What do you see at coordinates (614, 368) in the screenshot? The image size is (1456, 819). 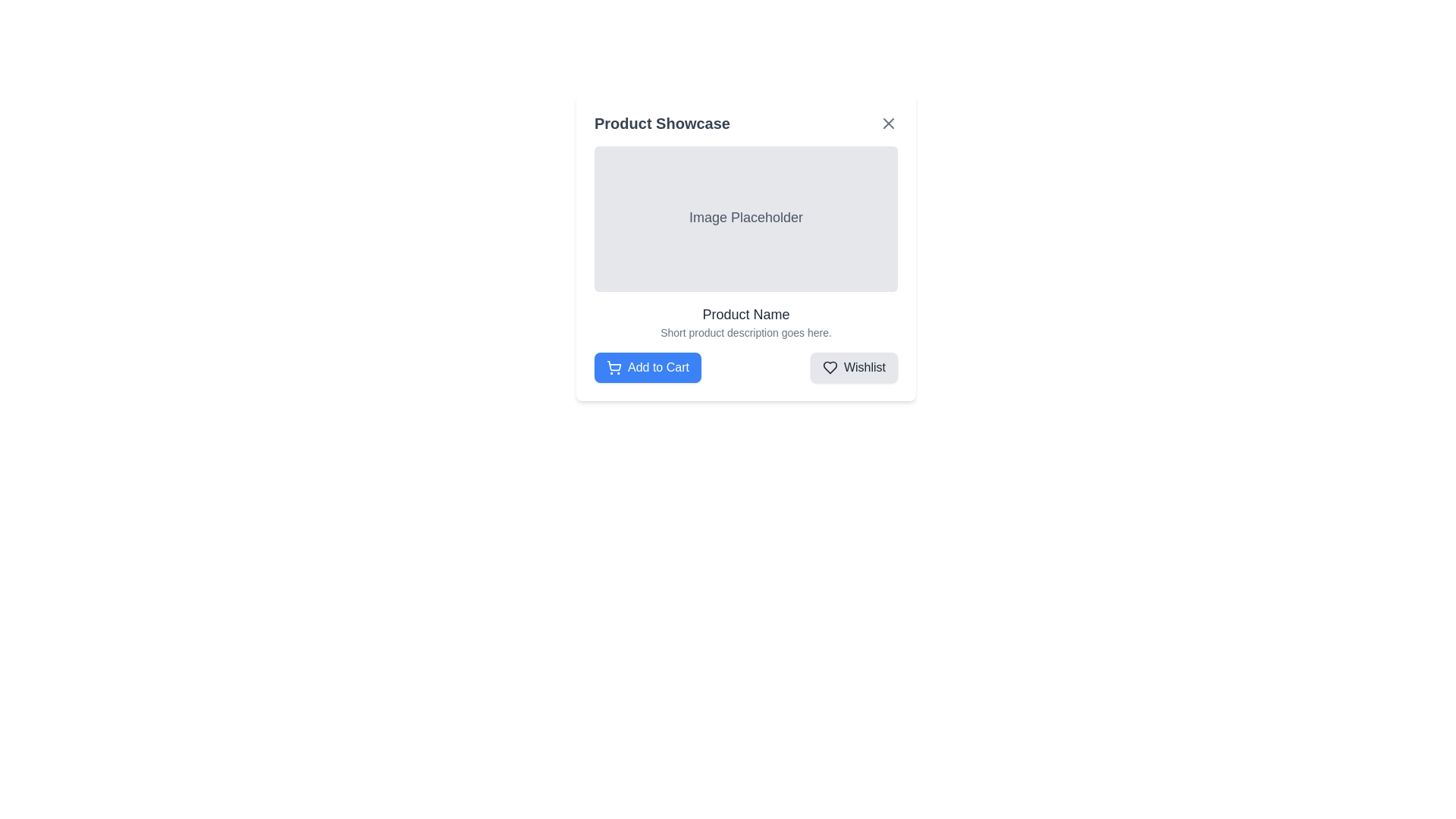 I see `the 'Add to Cart' button, which includes a shopping cart SVG icon on the left` at bounding box center [614, 368].